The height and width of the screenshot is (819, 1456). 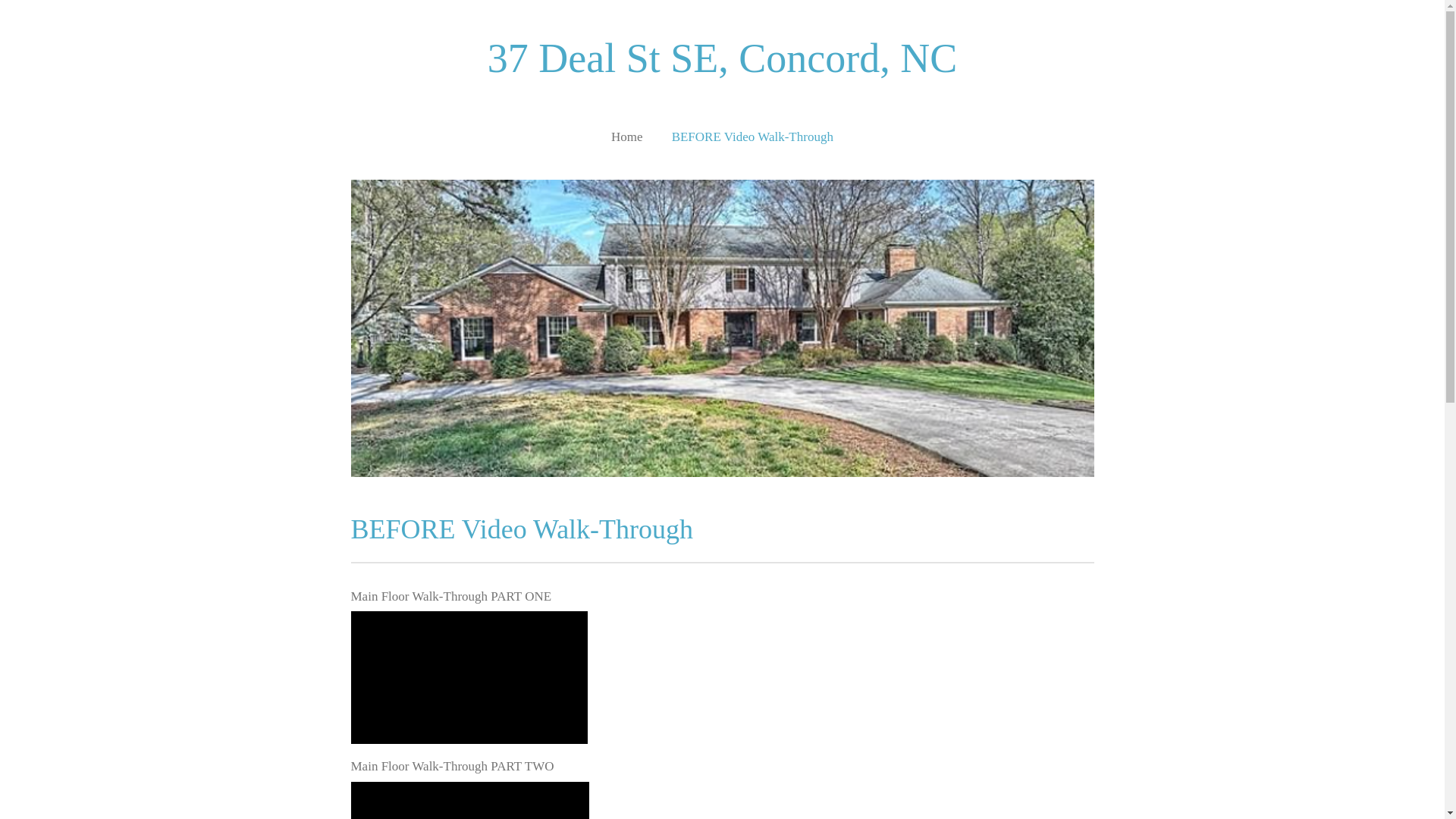 What do you see at coordinates (626, 136) in the screenshot?
I see `'Home'` at bounding box center [626, 136].